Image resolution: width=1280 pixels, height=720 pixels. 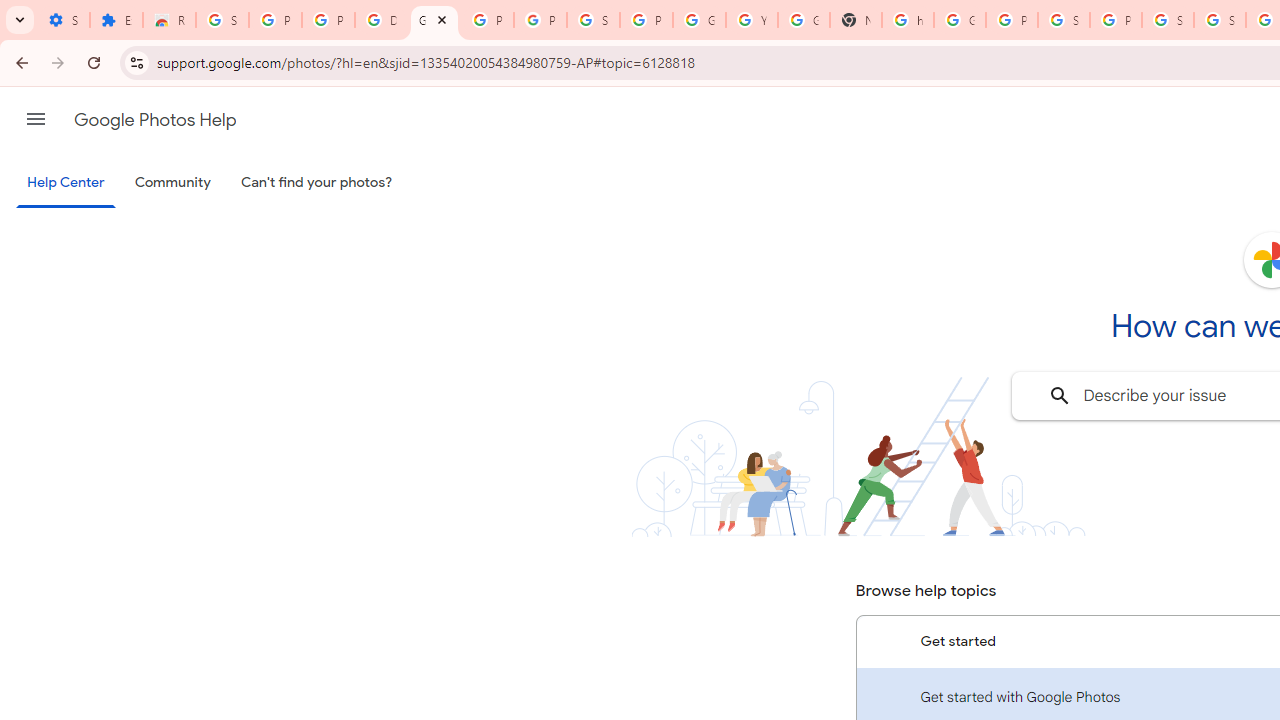 I want to click on 'Reviews: Helix Fruit Jump Arcade Game', so click(x=169, y=20).